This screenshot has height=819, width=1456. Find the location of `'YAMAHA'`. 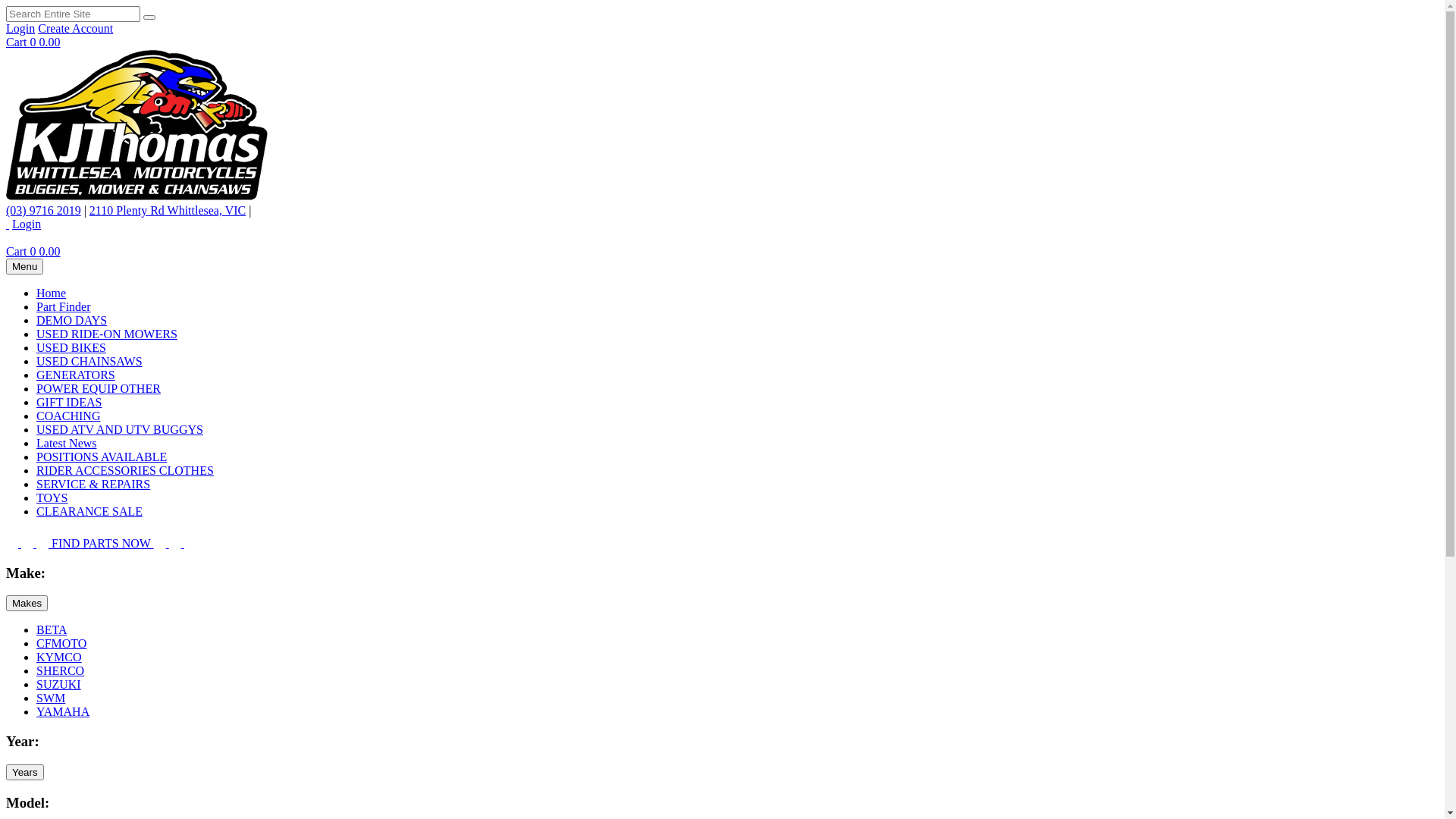

'YAMAHA' is located at coordinates (61, 711).